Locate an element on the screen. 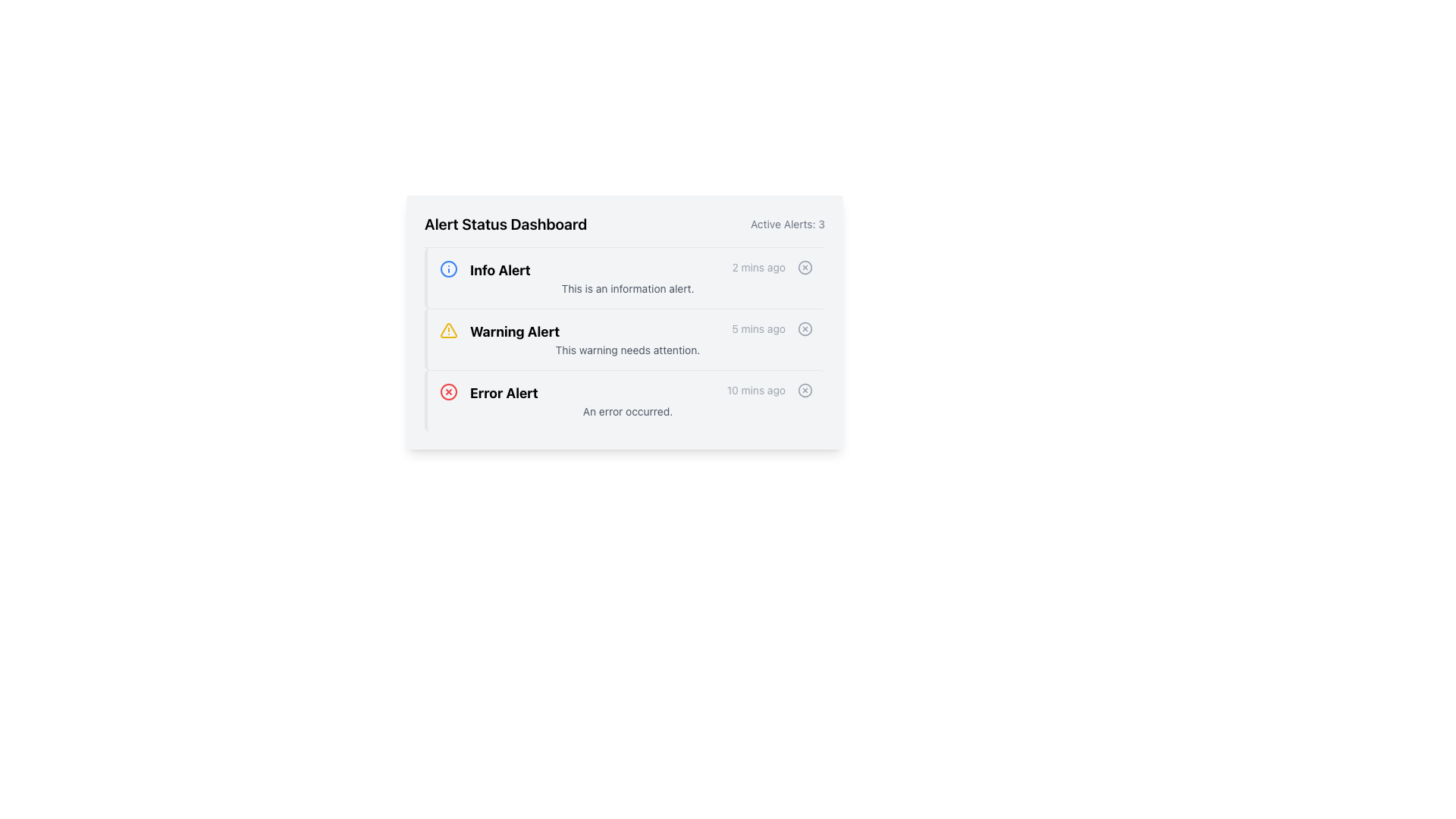 The image size is (1456, 819). the outer circular boundary of the 'Info Alert' icon, which is a circular SVG element with a blue border and a white background, positioned to the left of the 'Info Alert' label in the 'Alert Status Dashboard' section is located at coordinates (447, 268).